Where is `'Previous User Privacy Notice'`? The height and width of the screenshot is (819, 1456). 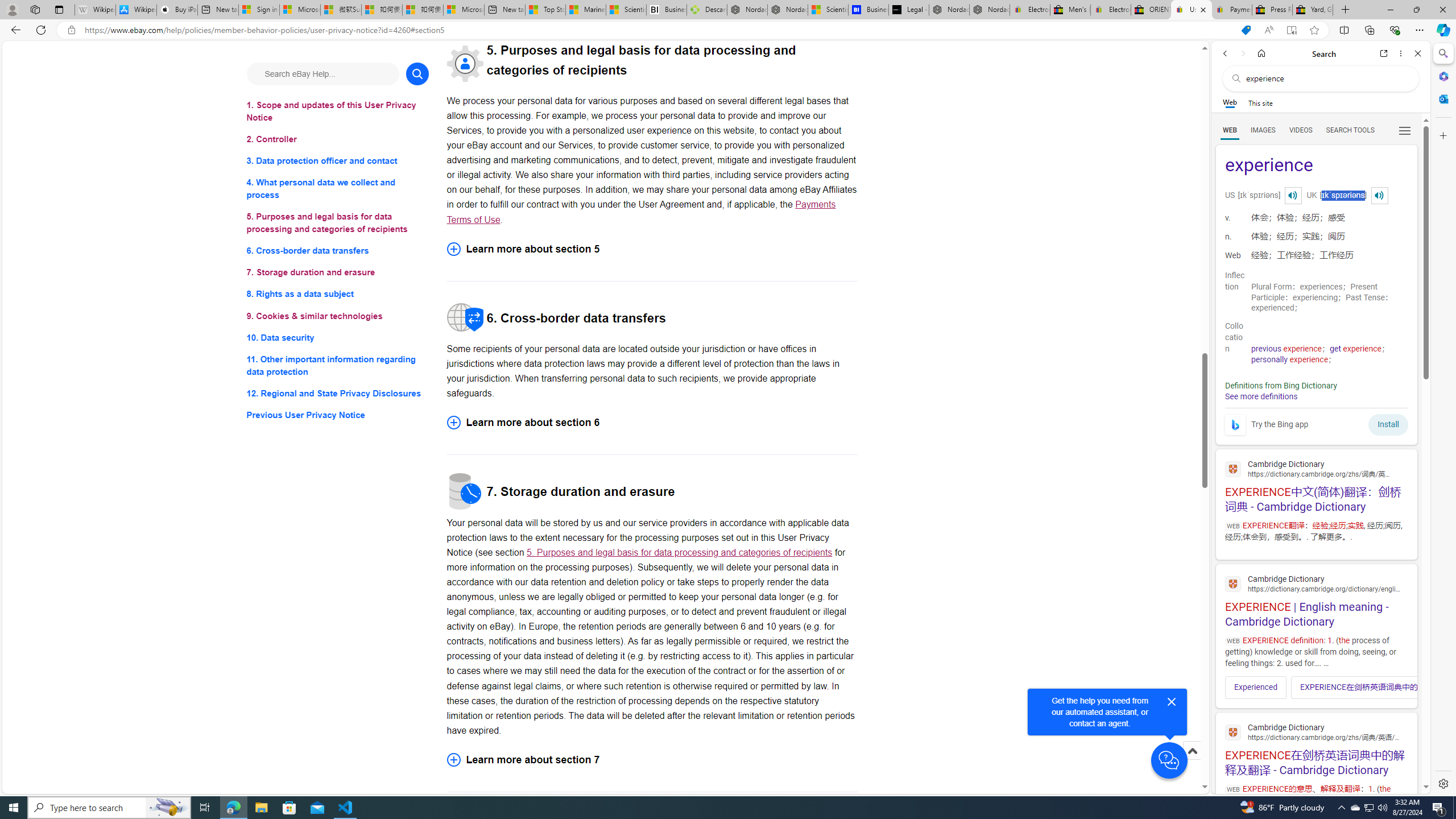
'Previous User Privacy Notice' is located at coordinates (337, 415).